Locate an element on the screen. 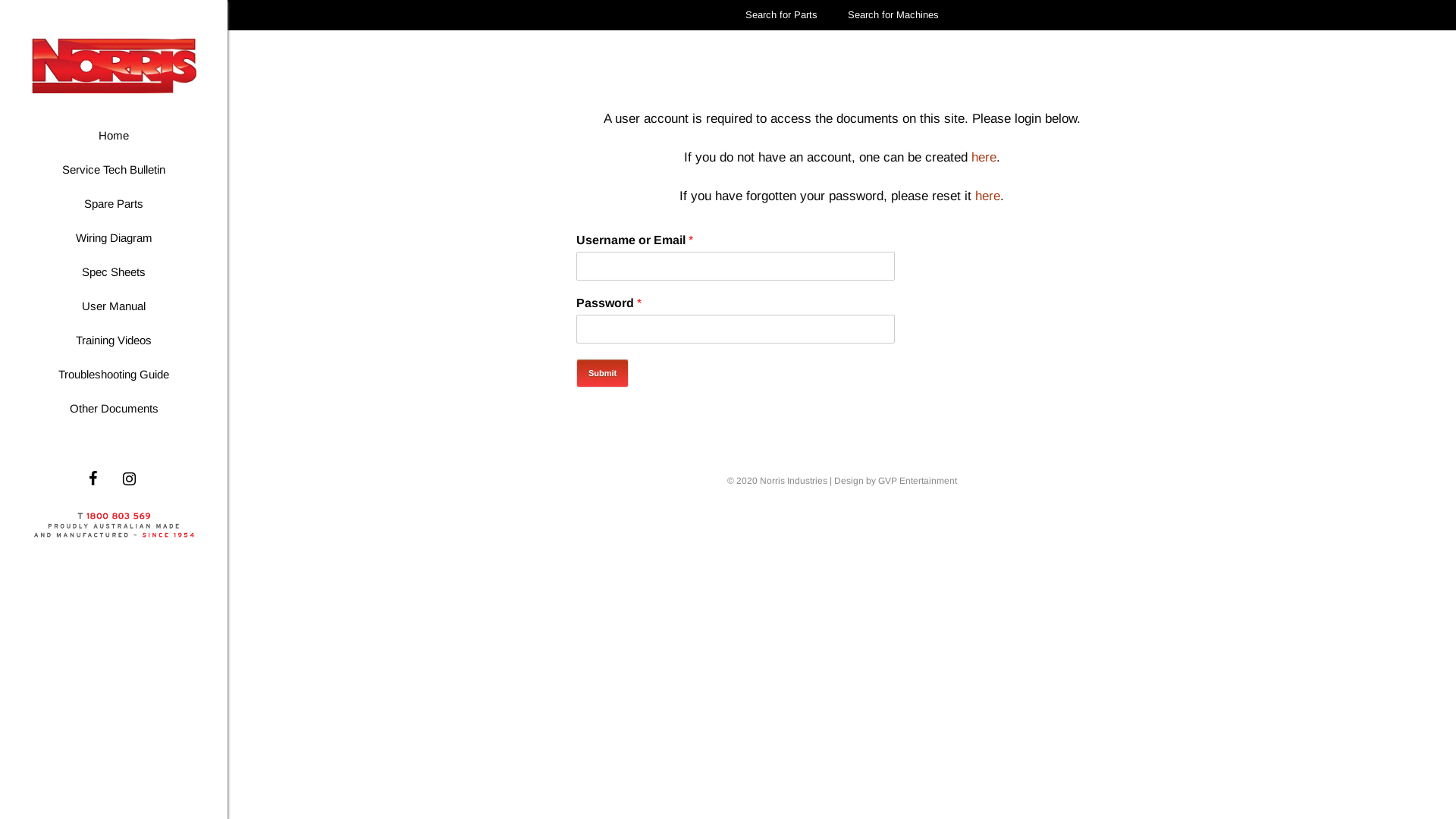  'Wiring Diagram' is located at coordinates (112, 237).